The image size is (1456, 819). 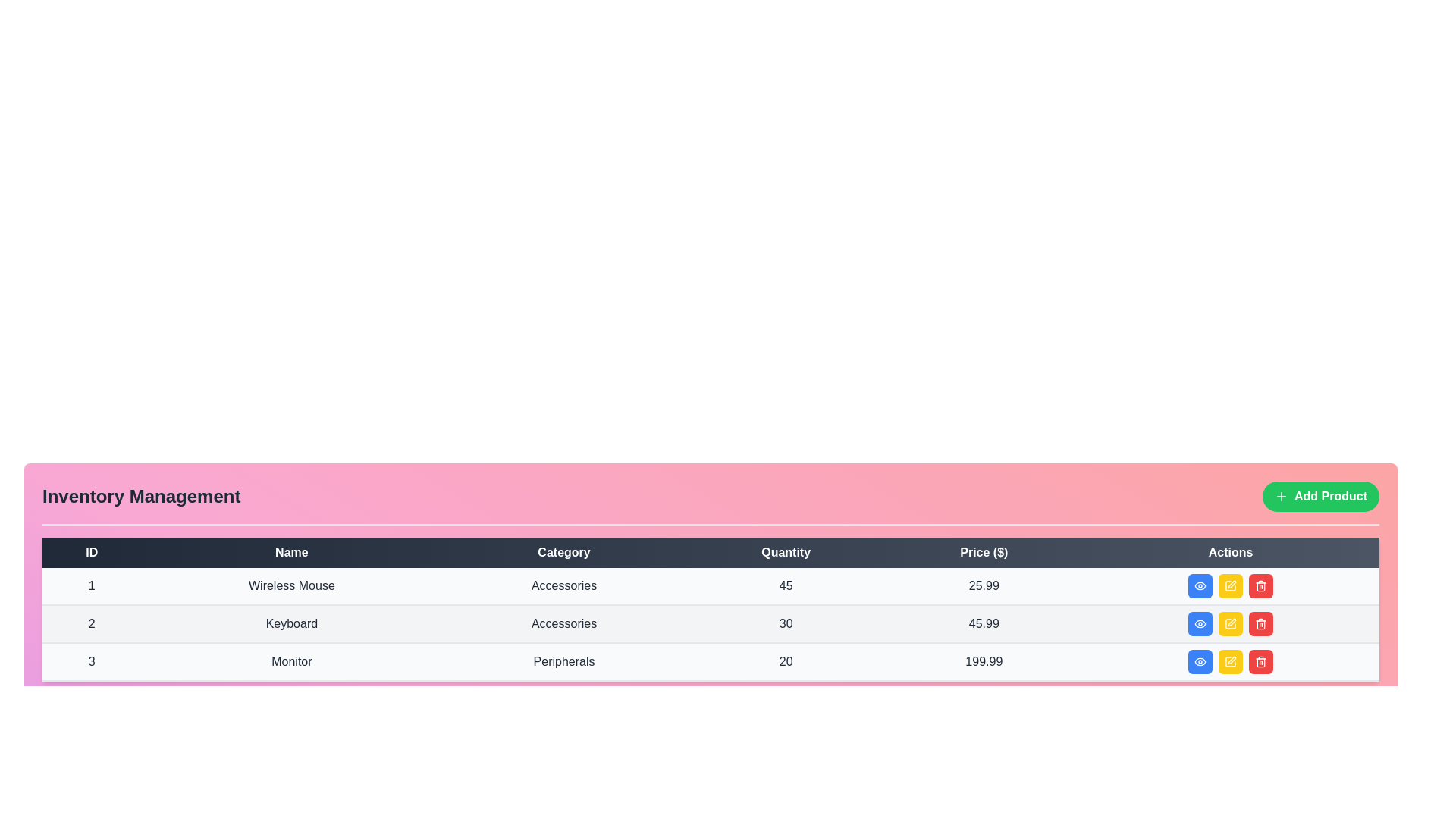 What do you see at coordinates (1261, 585) in the screenshot?
I see `the delete icon button located in the 'Actions' column of the 'Monitor' product row` at bounding box center [1261, 585].